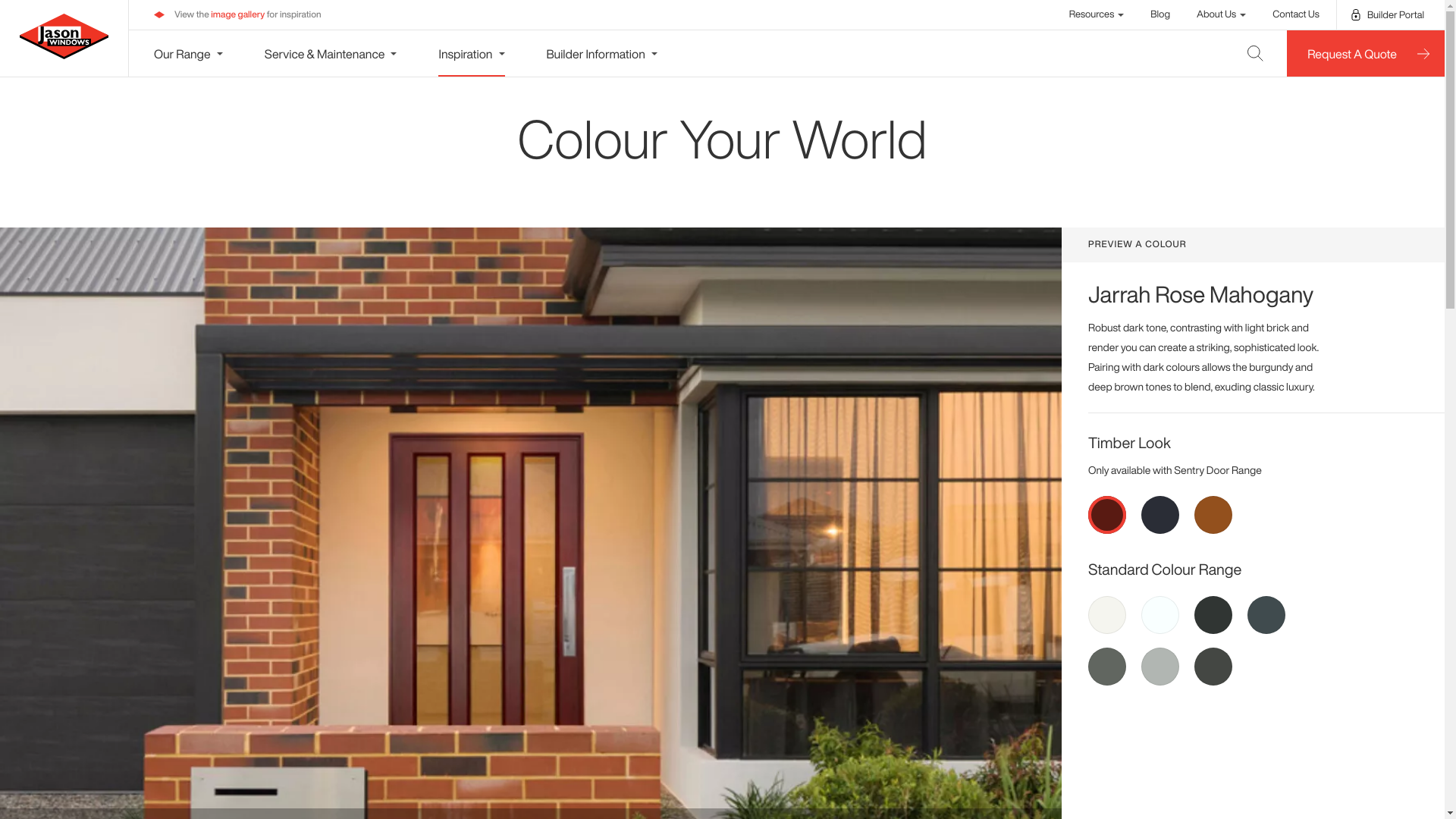  I want to click on 'Request A Quote', so click(1365, 52).